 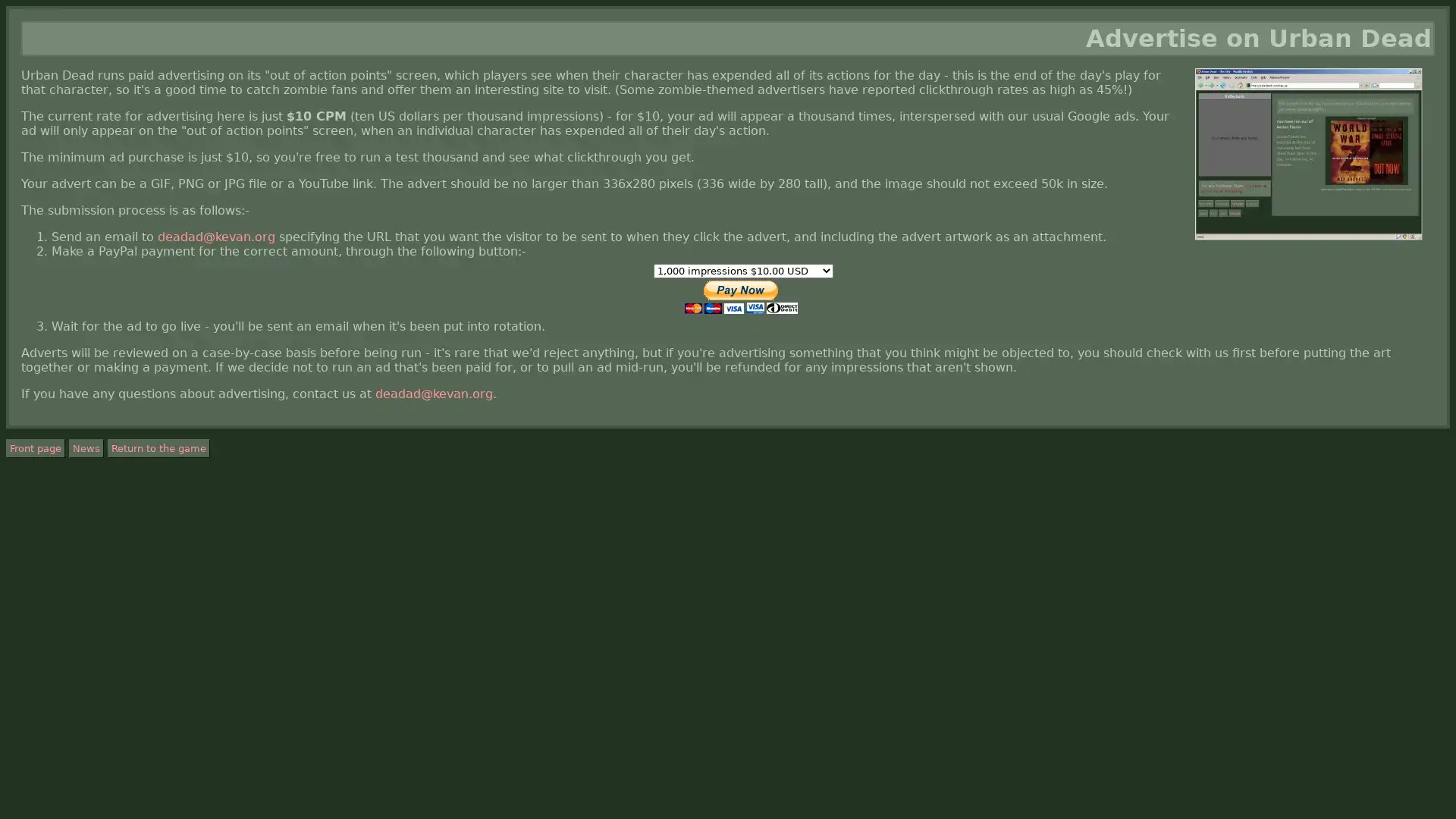 What do you see at coordinates (740, 298) in the screenshot?
I see `PayPal . The safer, easier way to pay online.` at bounding box center [740, 298].